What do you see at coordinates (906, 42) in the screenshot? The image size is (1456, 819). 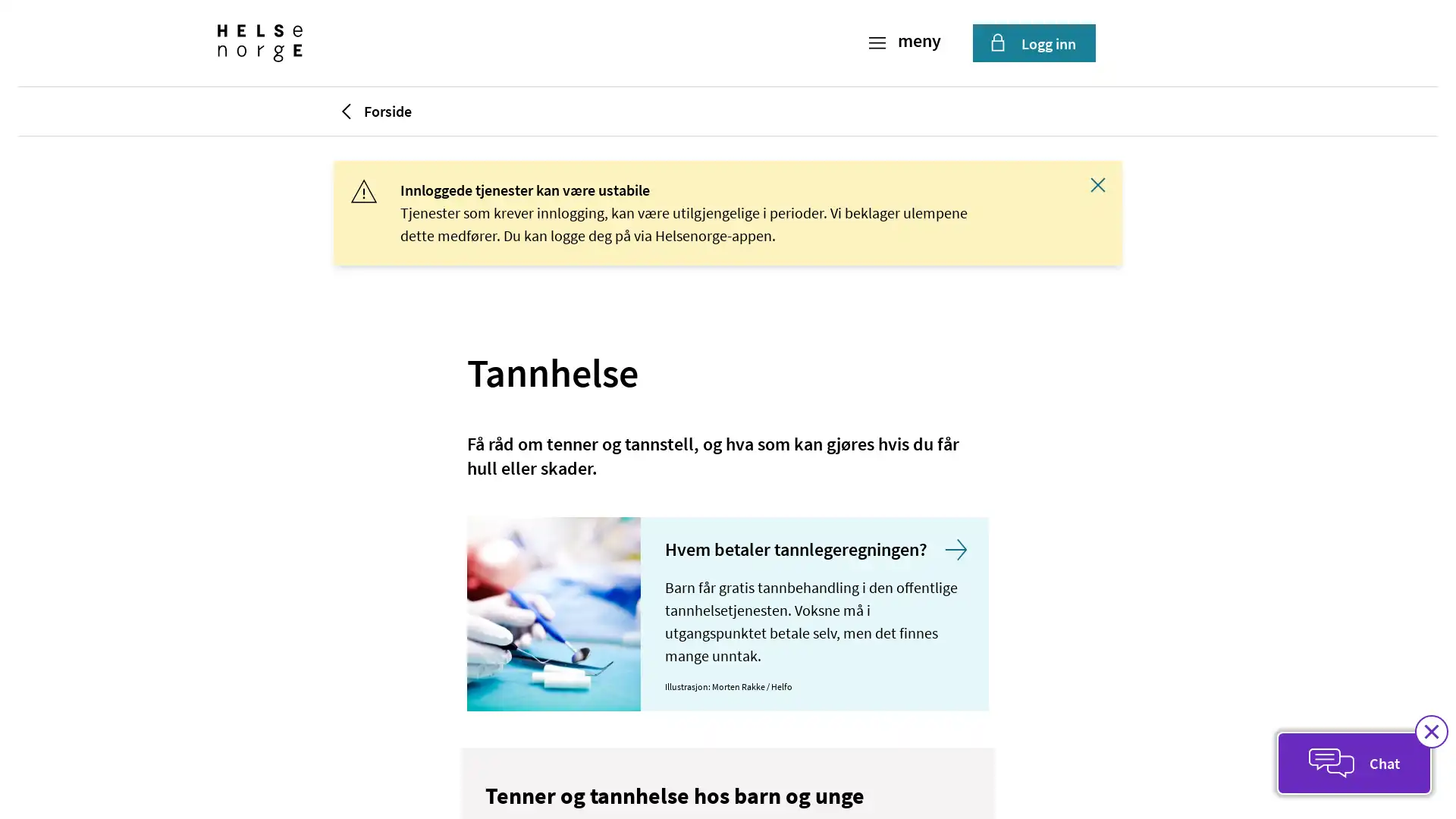 I see `meny` at bounding box center [906, 42].